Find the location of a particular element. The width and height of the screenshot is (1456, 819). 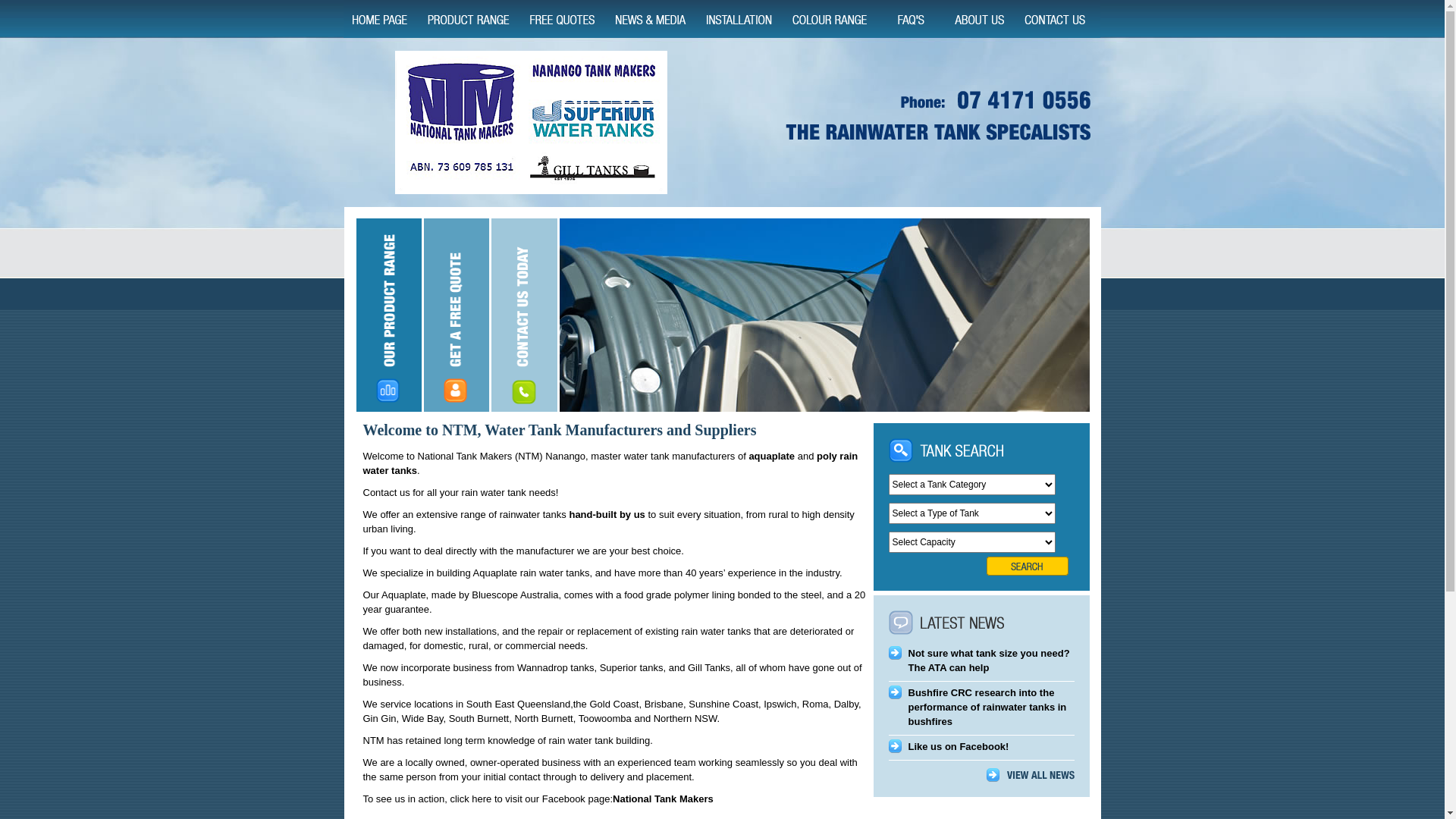

'Nanango Tank Makers' is located at coordinates (943, 117).